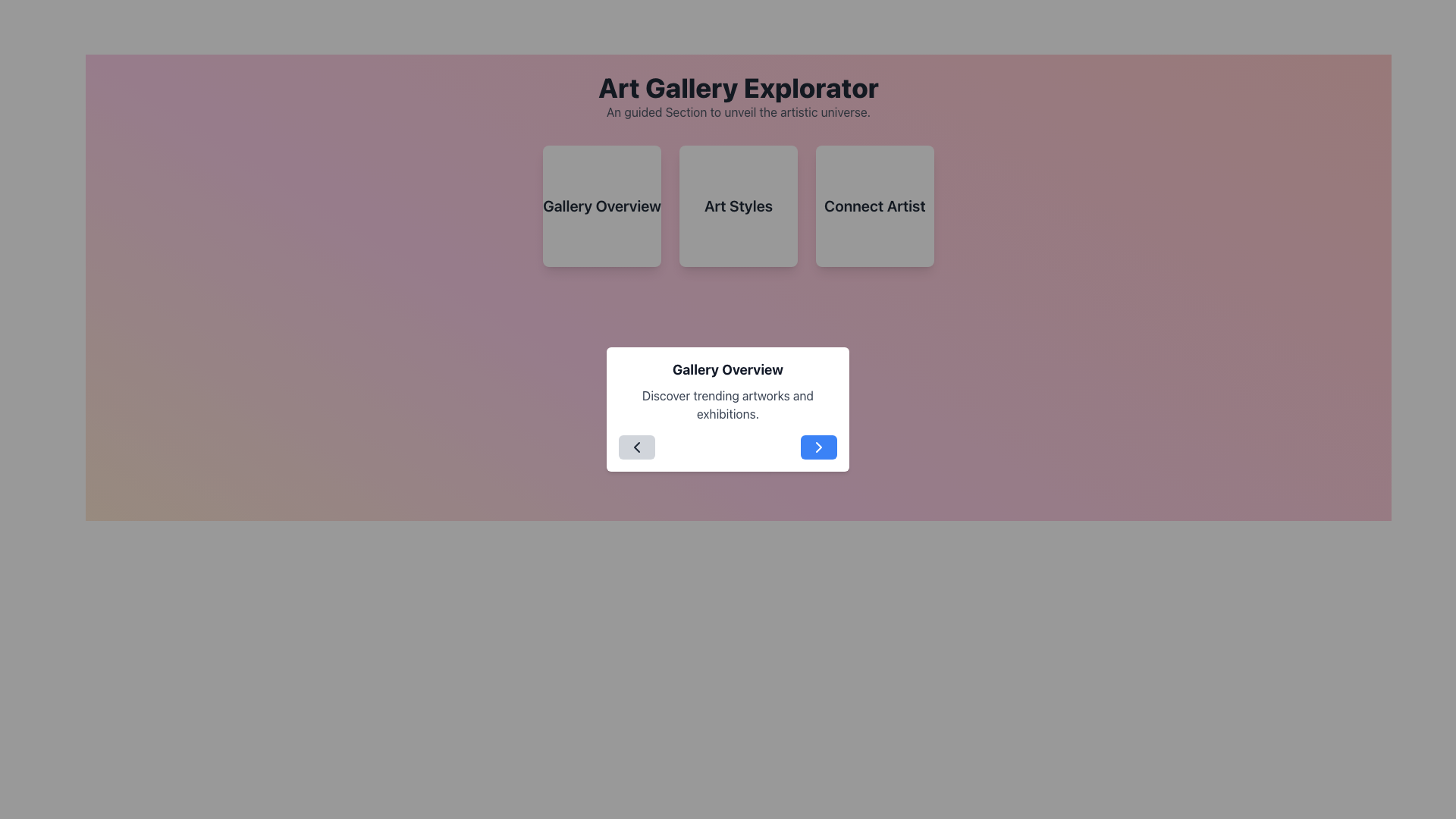  I want to click on the Text Display - Header element titled 'Art Gallery Explorator', which is prominently styled in a large bold font and centered at the top of the interface, so click(739, 87).